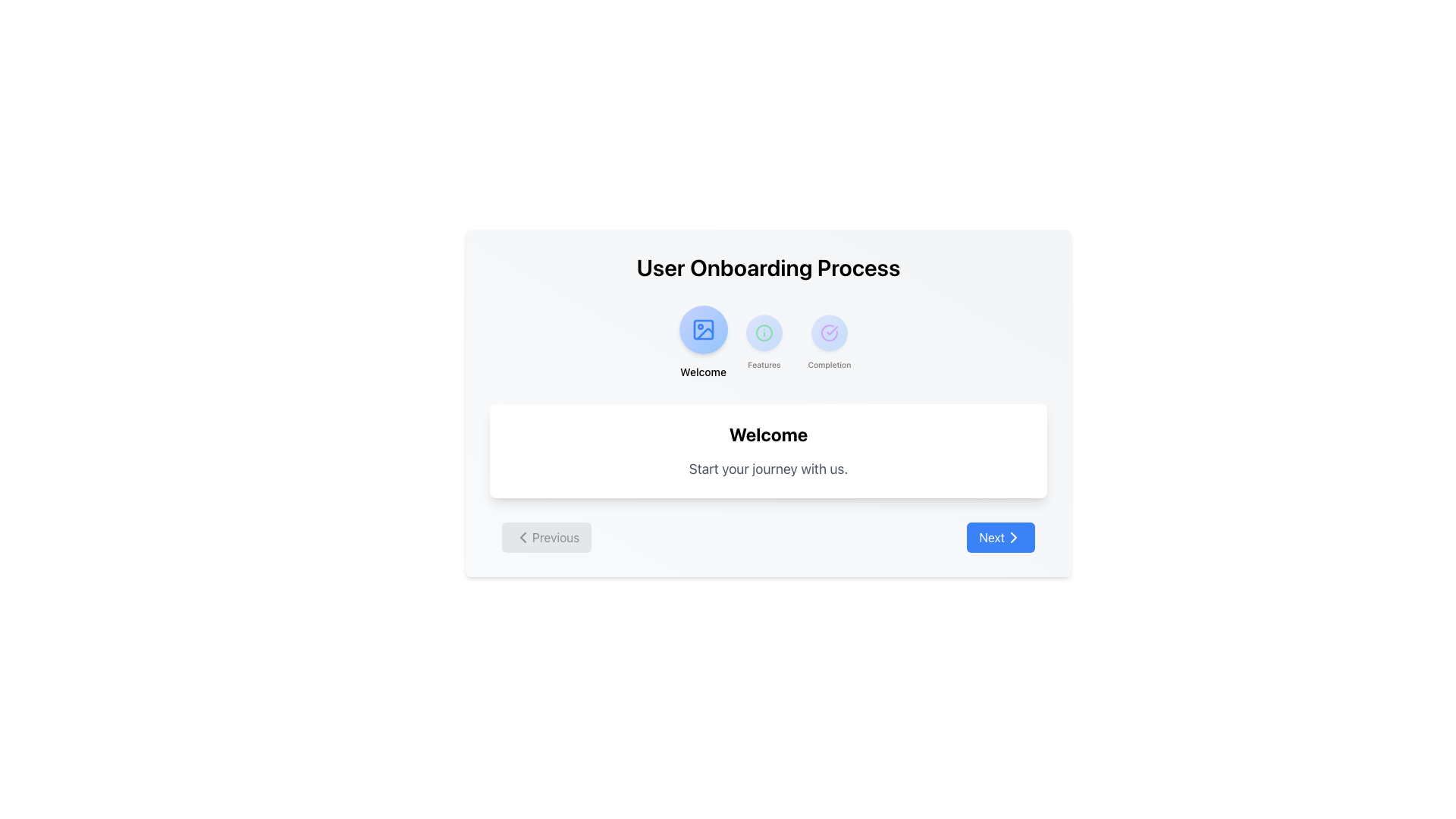 This screenshot has width=1456, height=819. What do you see at coordinates (702, 329) in the screenshot?
I see `the circular graphical UI indicator styled as a button or icon placeholder, featuring a gradient background and a mountains silhouette icon` at bounding box center [702, 329].